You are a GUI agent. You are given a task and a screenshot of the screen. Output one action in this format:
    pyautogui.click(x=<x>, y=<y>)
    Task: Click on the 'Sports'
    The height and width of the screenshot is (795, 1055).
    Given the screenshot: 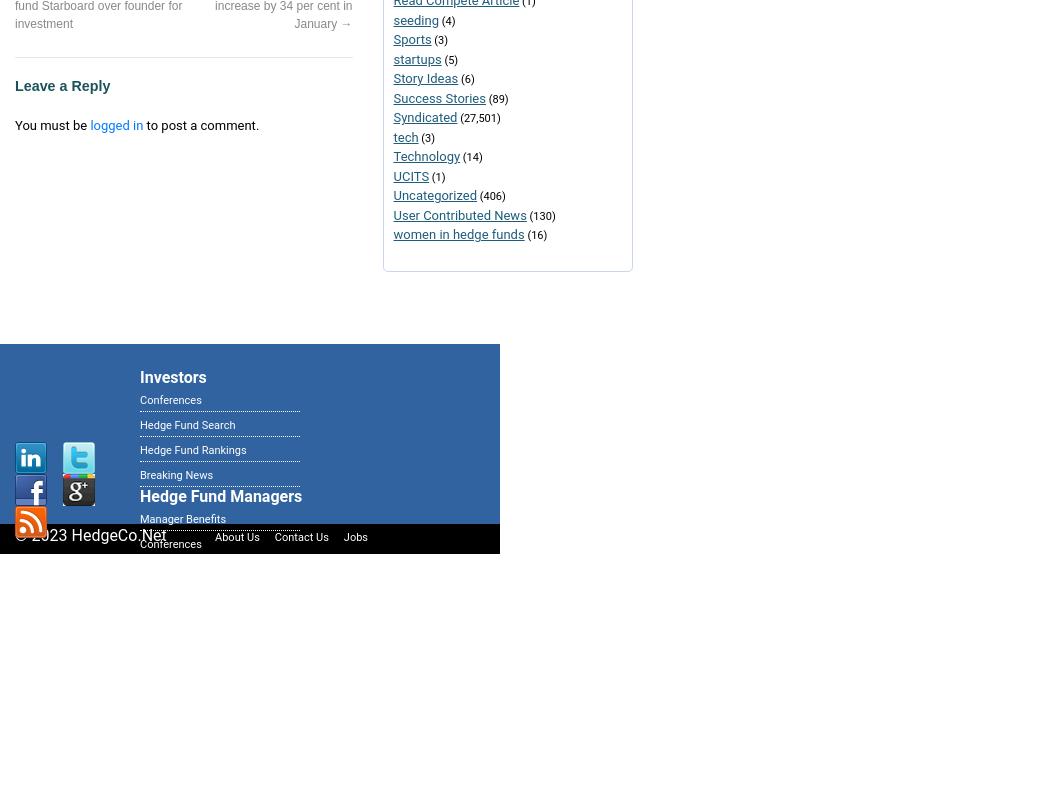 What is the action you would take?
    pyautogui.click(x=392, y=39)
    